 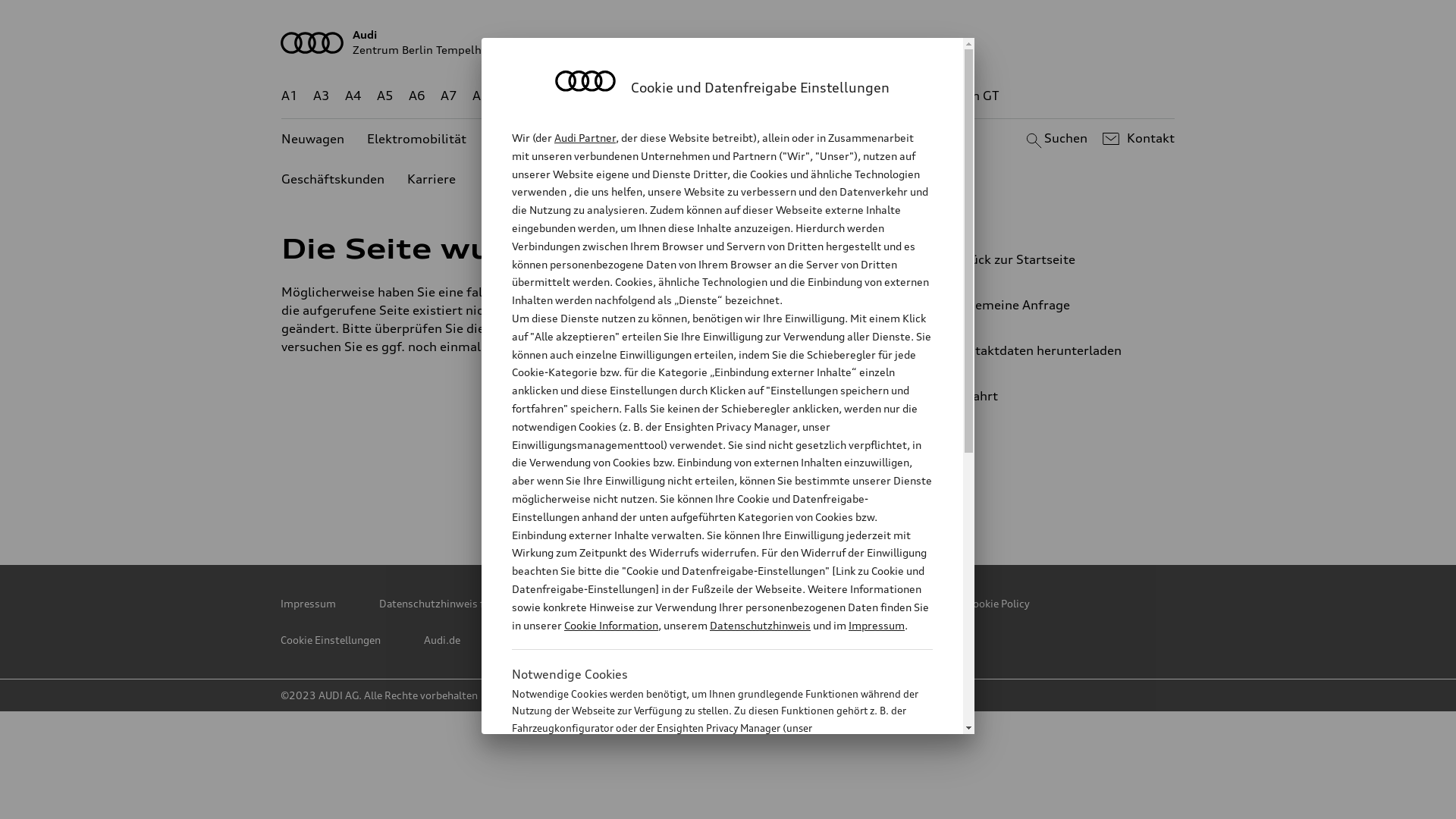 I want to click on 'Q5', so click(x=651, y=96).